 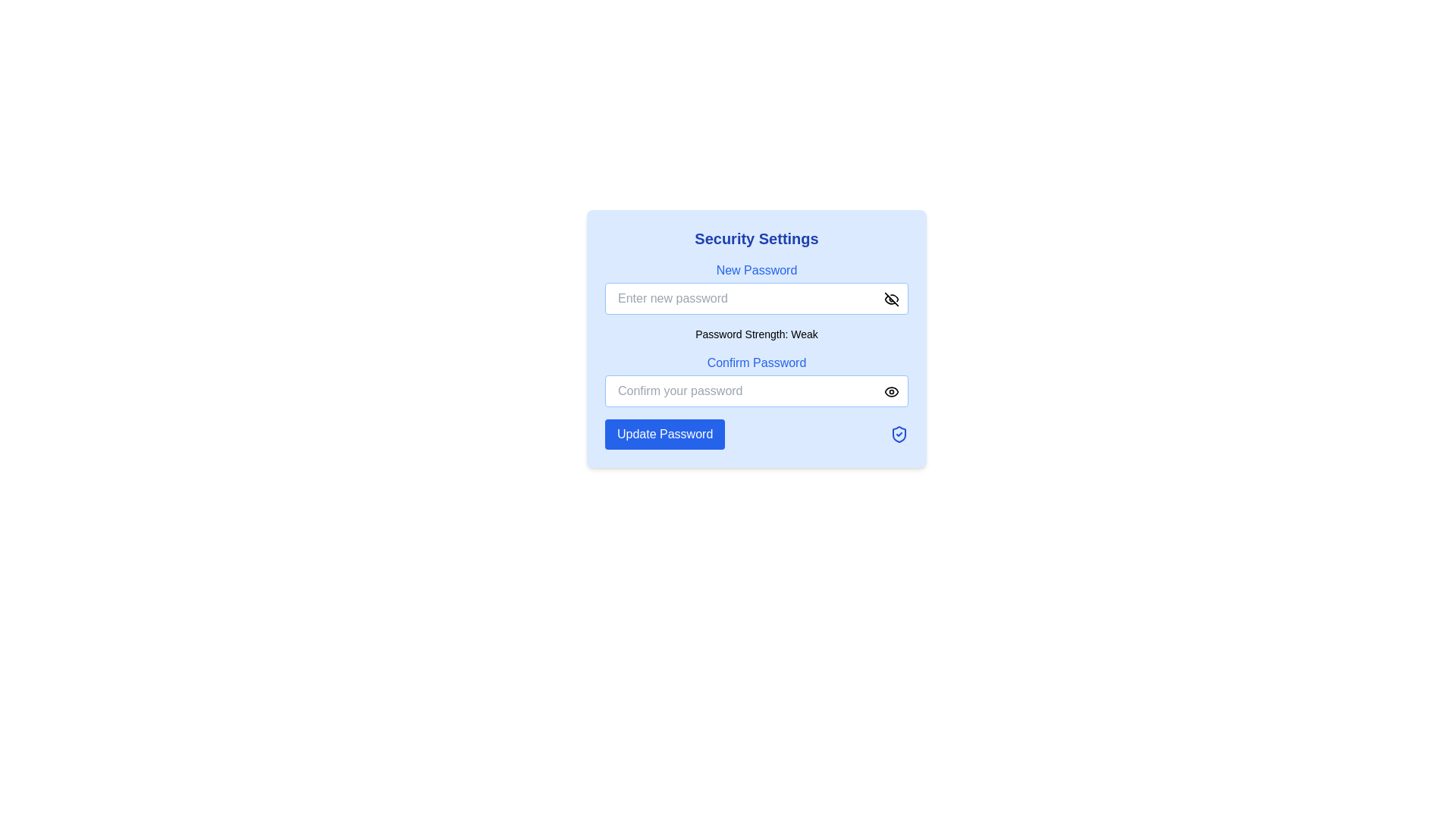 I want to click on the rectangular button with rounded edges that has a blue background and white text reading 'Update Password', so click(x=665, y=435).